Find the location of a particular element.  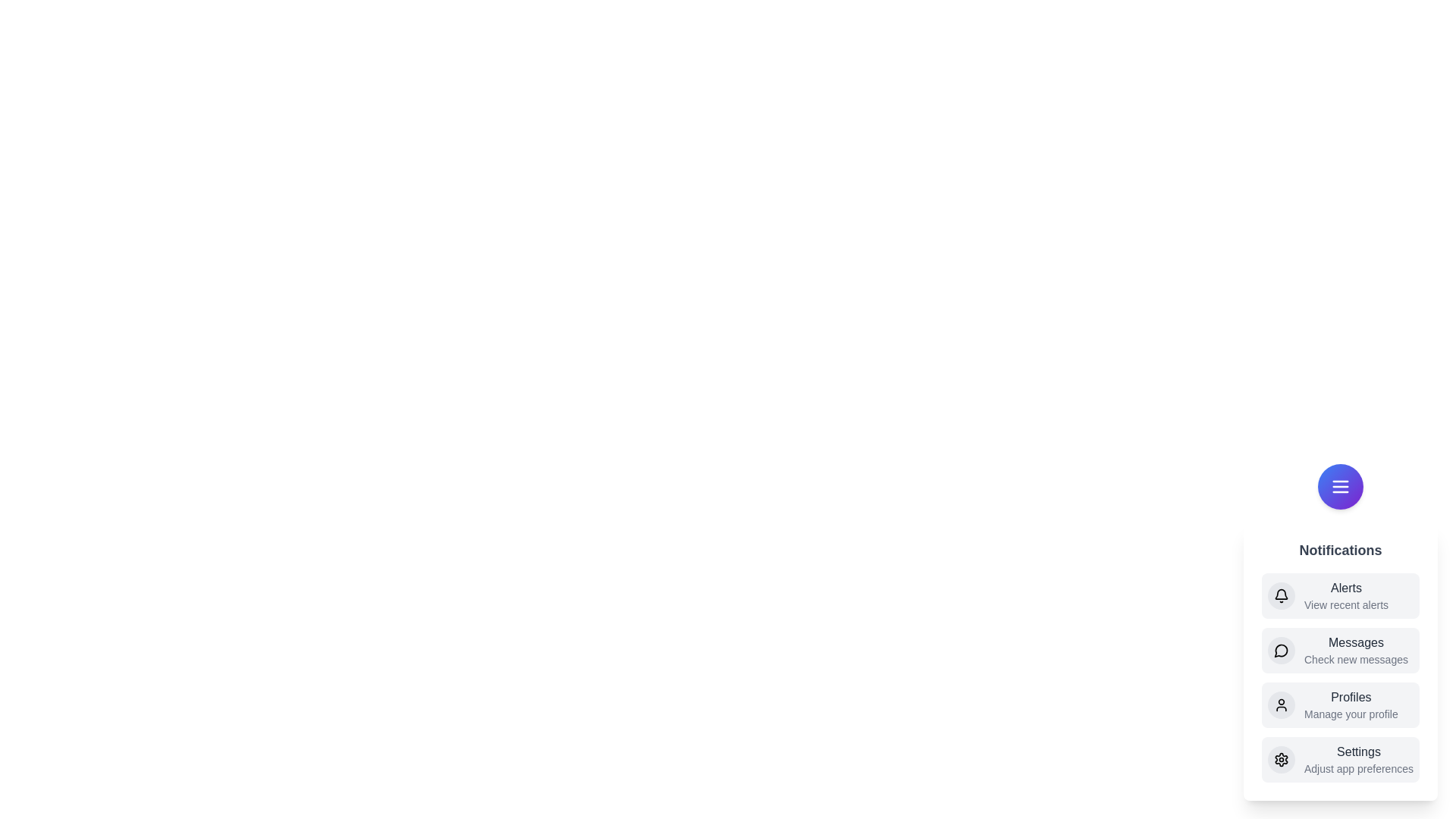

the Settings from the menu is located at coordinates (1340, 760).